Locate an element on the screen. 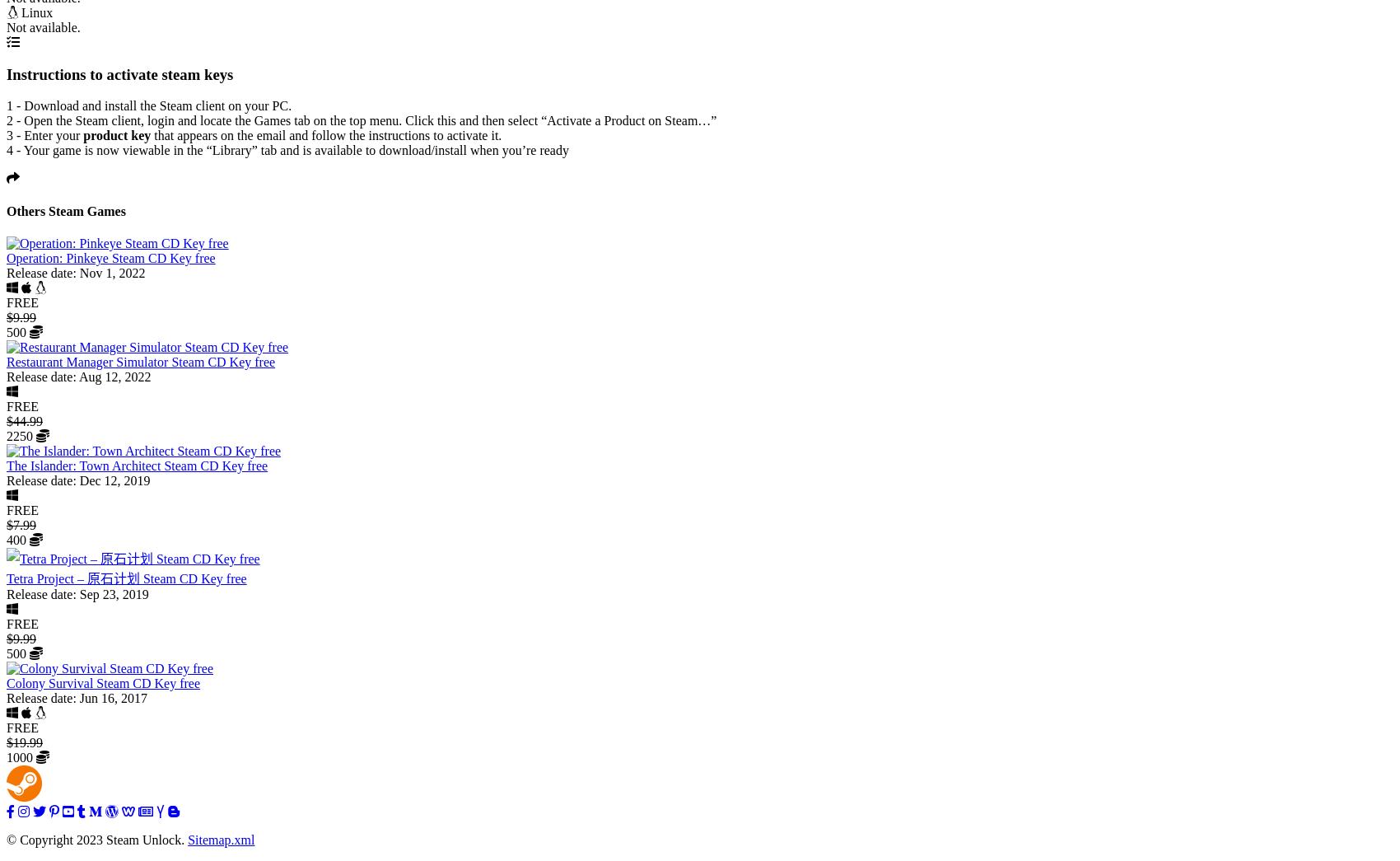 The width and height of the screenshot is (1400, 861). 'Operation: Pinkeye Steam CD Key free' is located at coordinates (110, 257).